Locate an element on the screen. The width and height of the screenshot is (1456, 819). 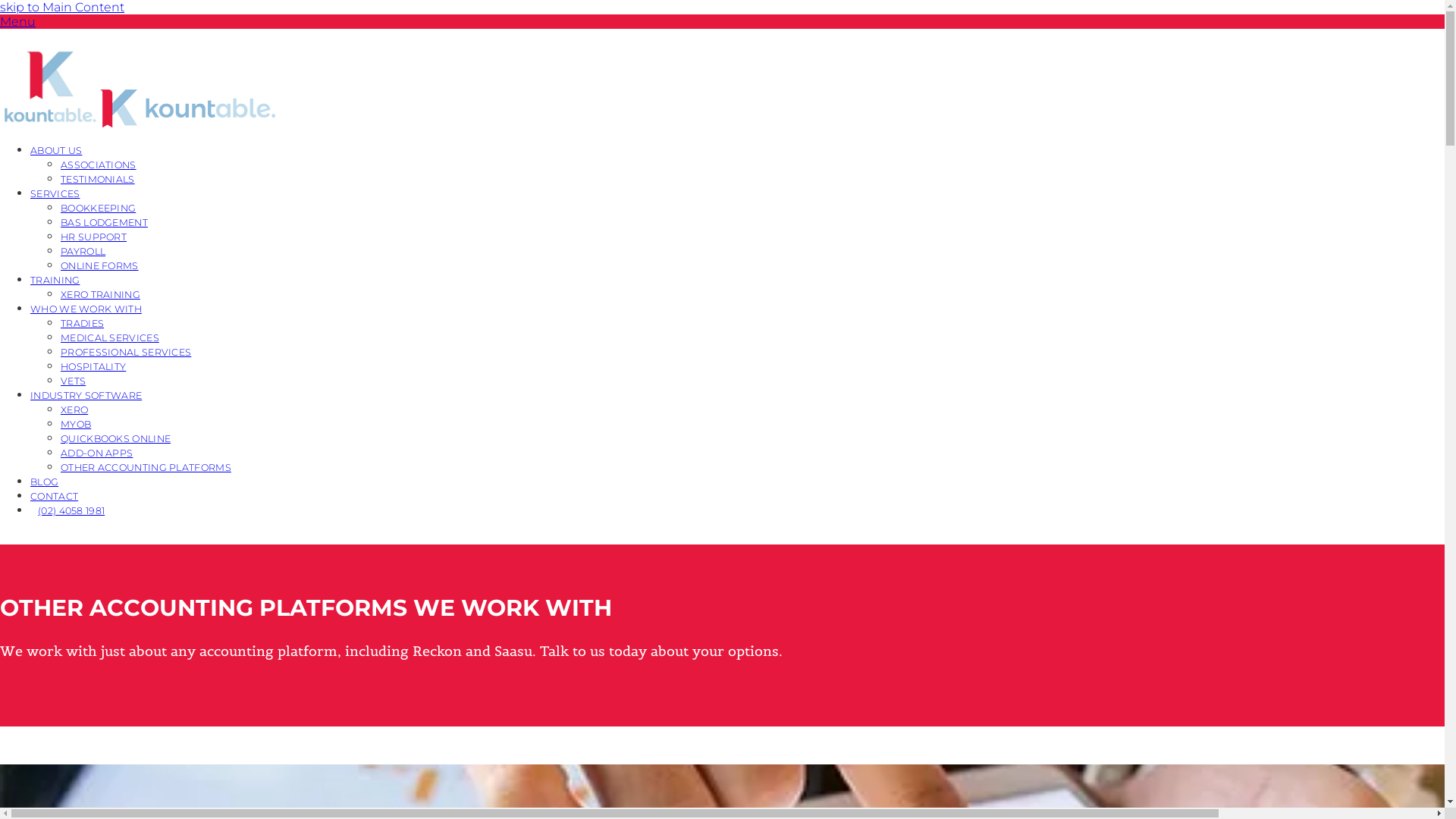
'BOOKKEEPING' is located at coordinates (97, 207).